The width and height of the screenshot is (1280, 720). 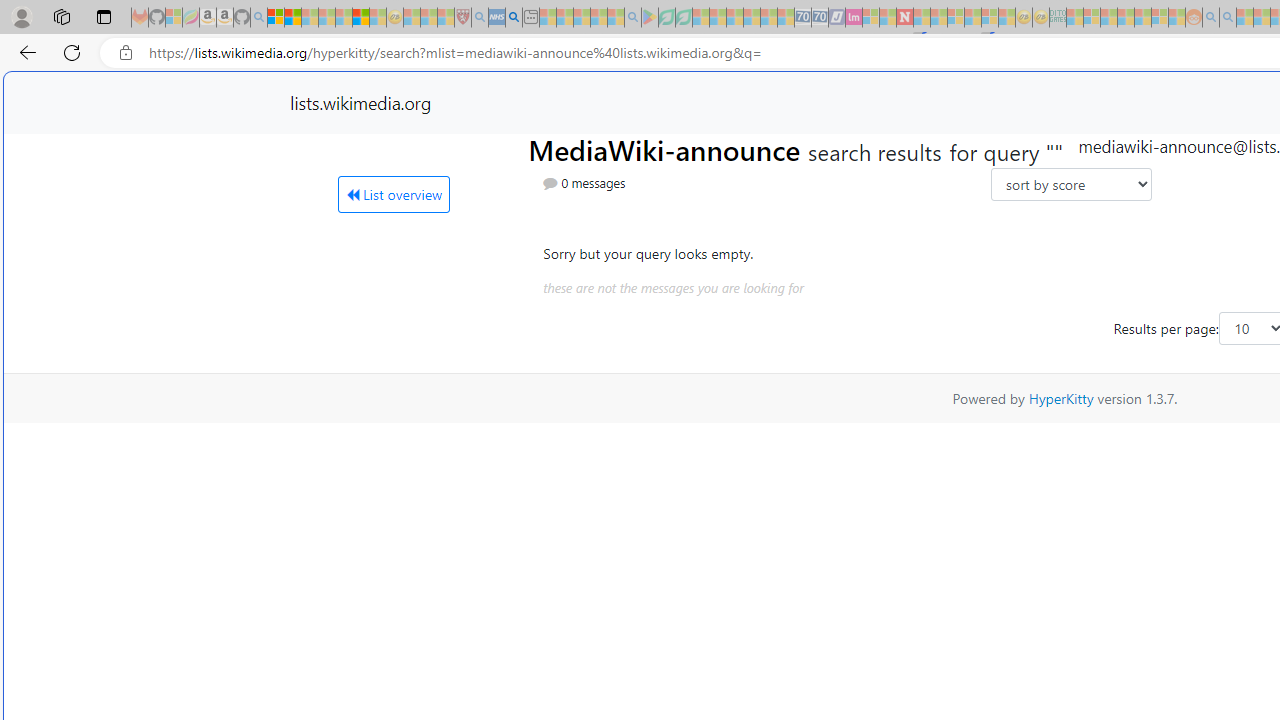 I want to click on 'Expert Portfolios - Sleeping', so click(x=1125, y=17).